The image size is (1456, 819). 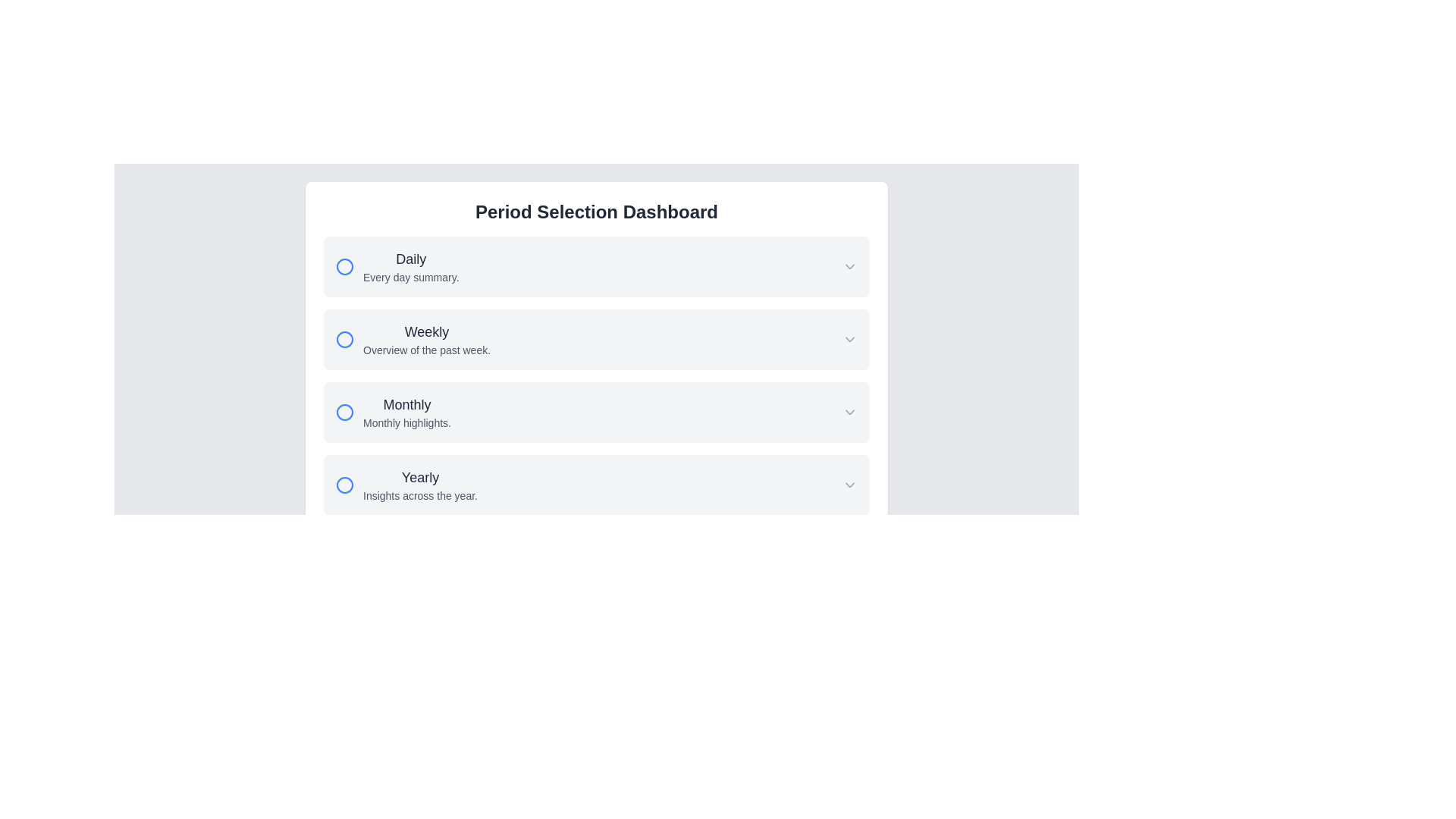 I want to click on the text label that reads 'Overview of the past week.' which is located beneath the 'Weekly' heading in the 'Period Selection Dashboard' interface, so click(x=425, y=350).